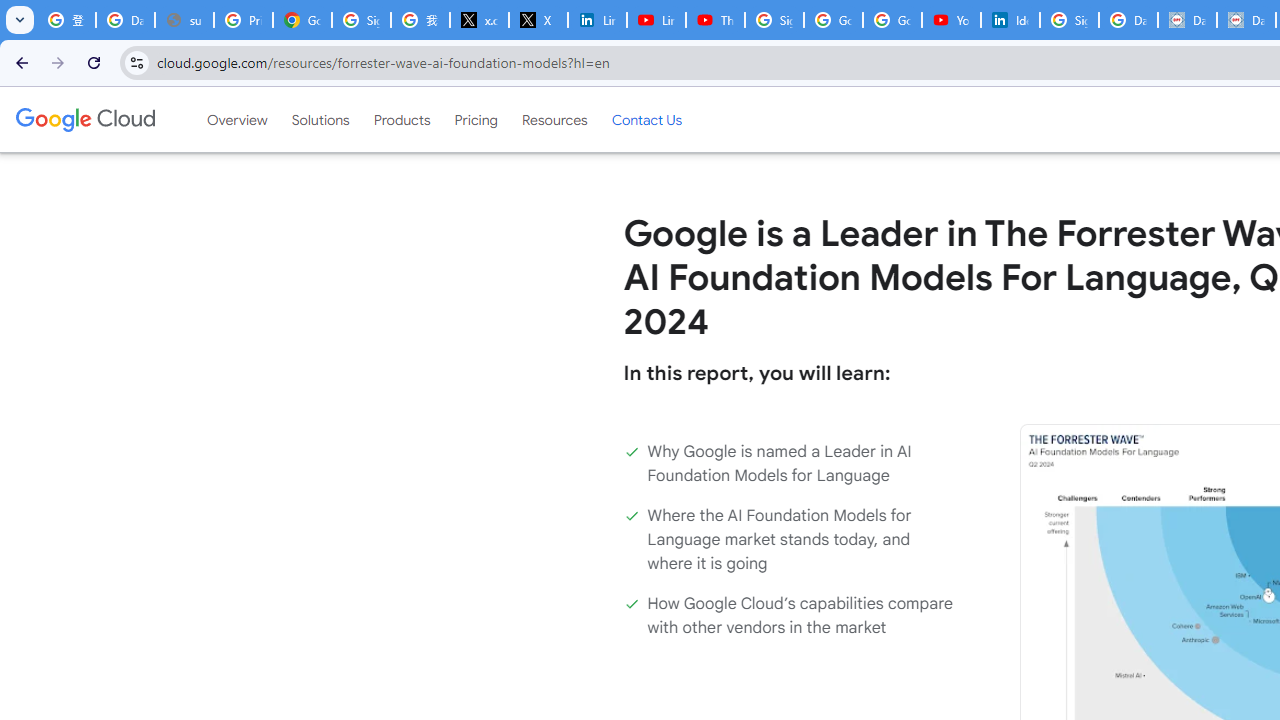 This screenshot has height=720, width=1280. I want to click on 'support.google.com - Network error', so click(184, 20).